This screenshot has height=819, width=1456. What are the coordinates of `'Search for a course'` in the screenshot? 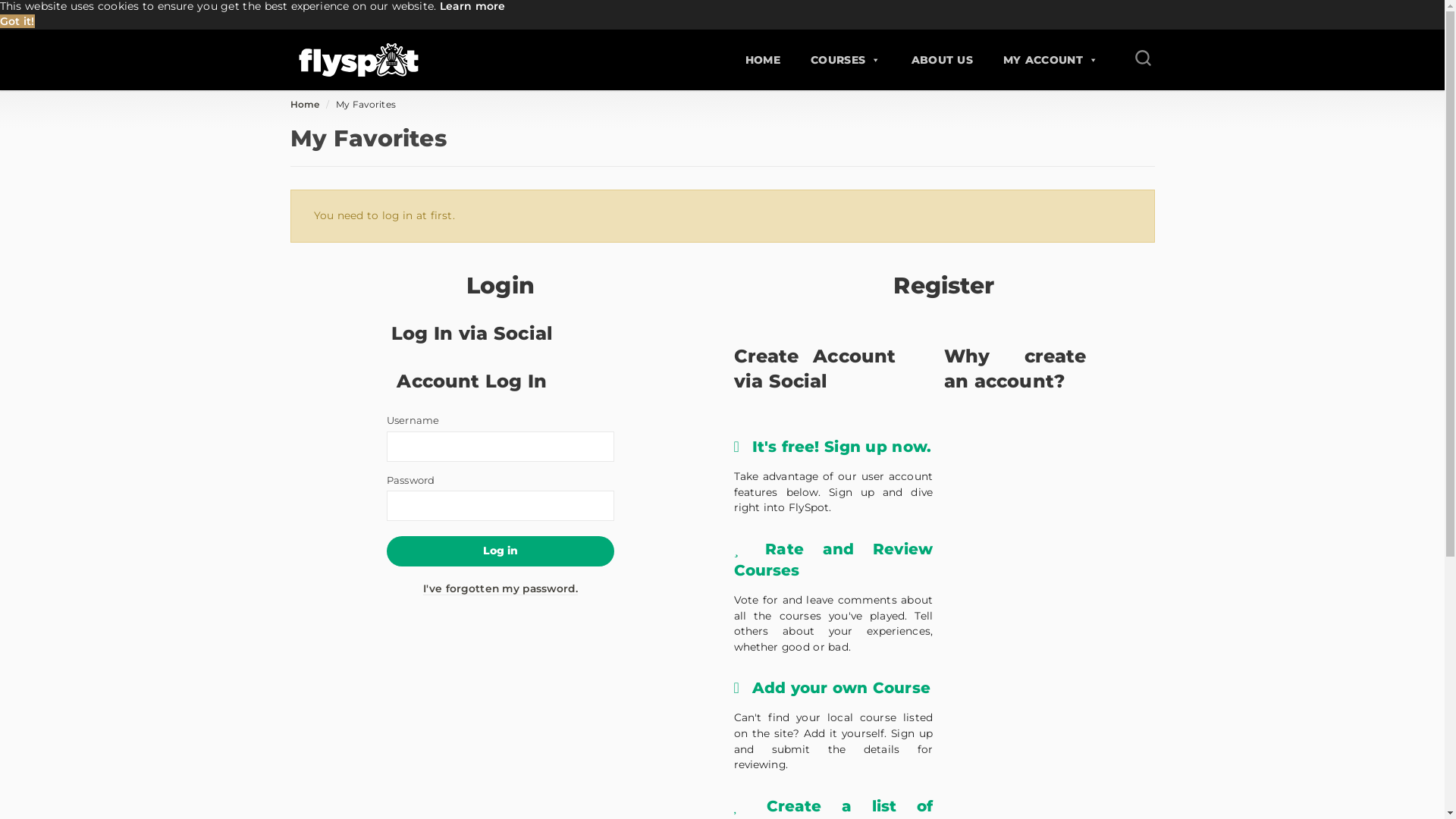 It's located at (1141, 58).